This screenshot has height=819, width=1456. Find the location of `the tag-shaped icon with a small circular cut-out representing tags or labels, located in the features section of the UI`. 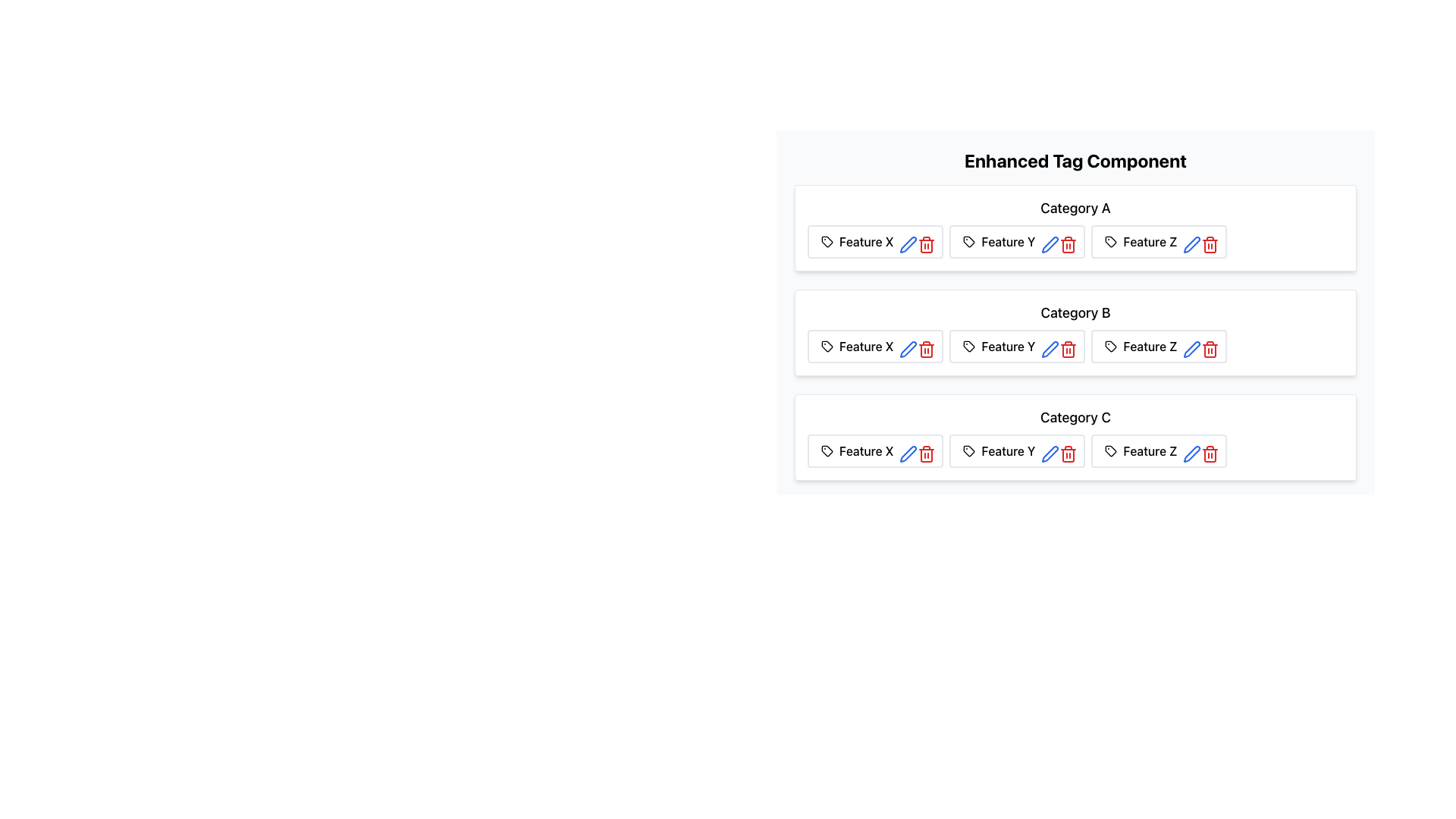

the tag-shaped icon with a small circular cut-out representing tags or labels, located in the features section of the UI is located at coordinates (1111, 346).